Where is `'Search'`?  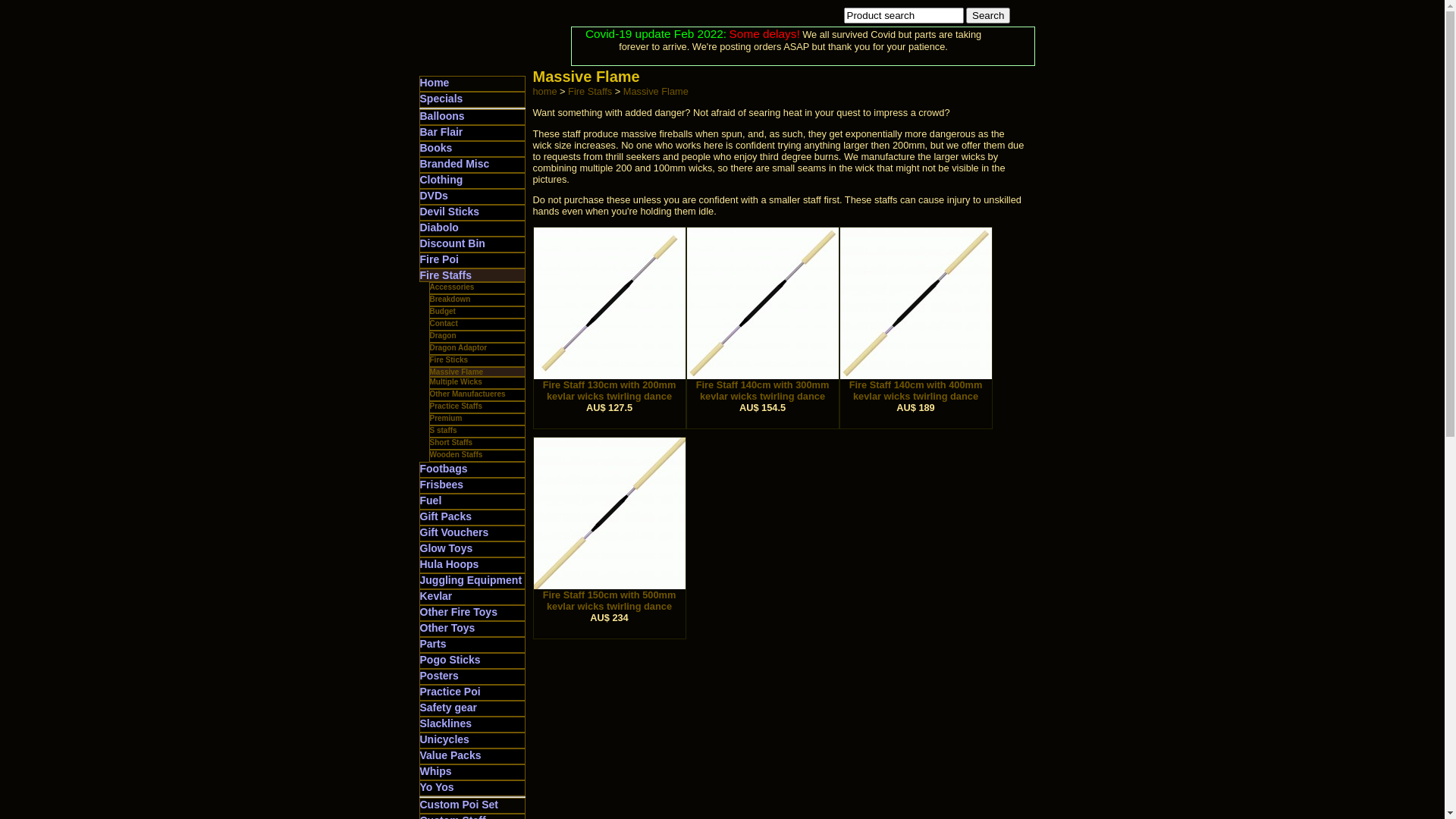 'Search' is located at coordinates (987, 15).